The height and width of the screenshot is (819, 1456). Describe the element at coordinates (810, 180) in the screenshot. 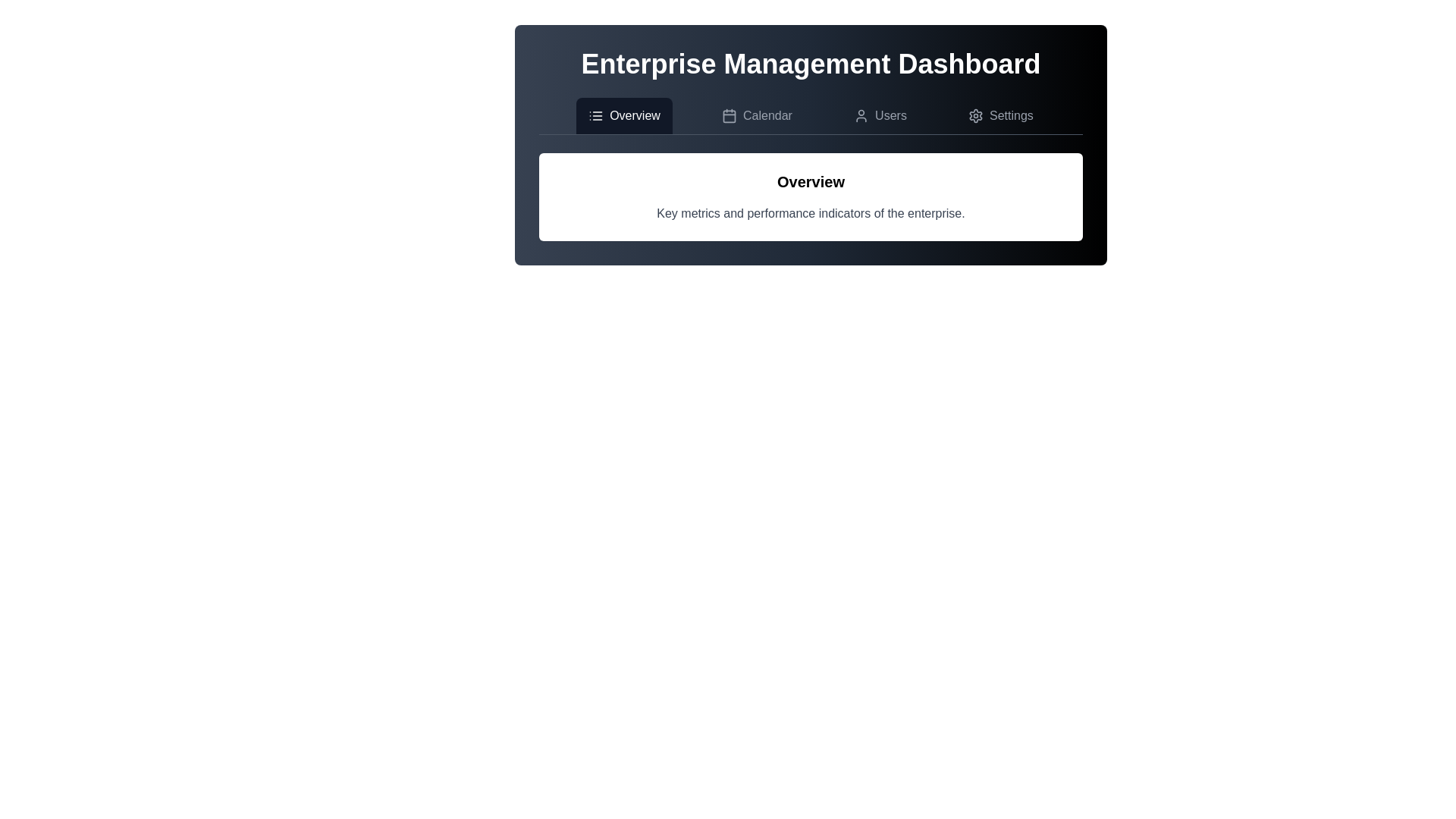

I see `displayed text of the bold 'Overview' label located at the top center of the white rounded rectangular card in the main dashboard interface` at that location.